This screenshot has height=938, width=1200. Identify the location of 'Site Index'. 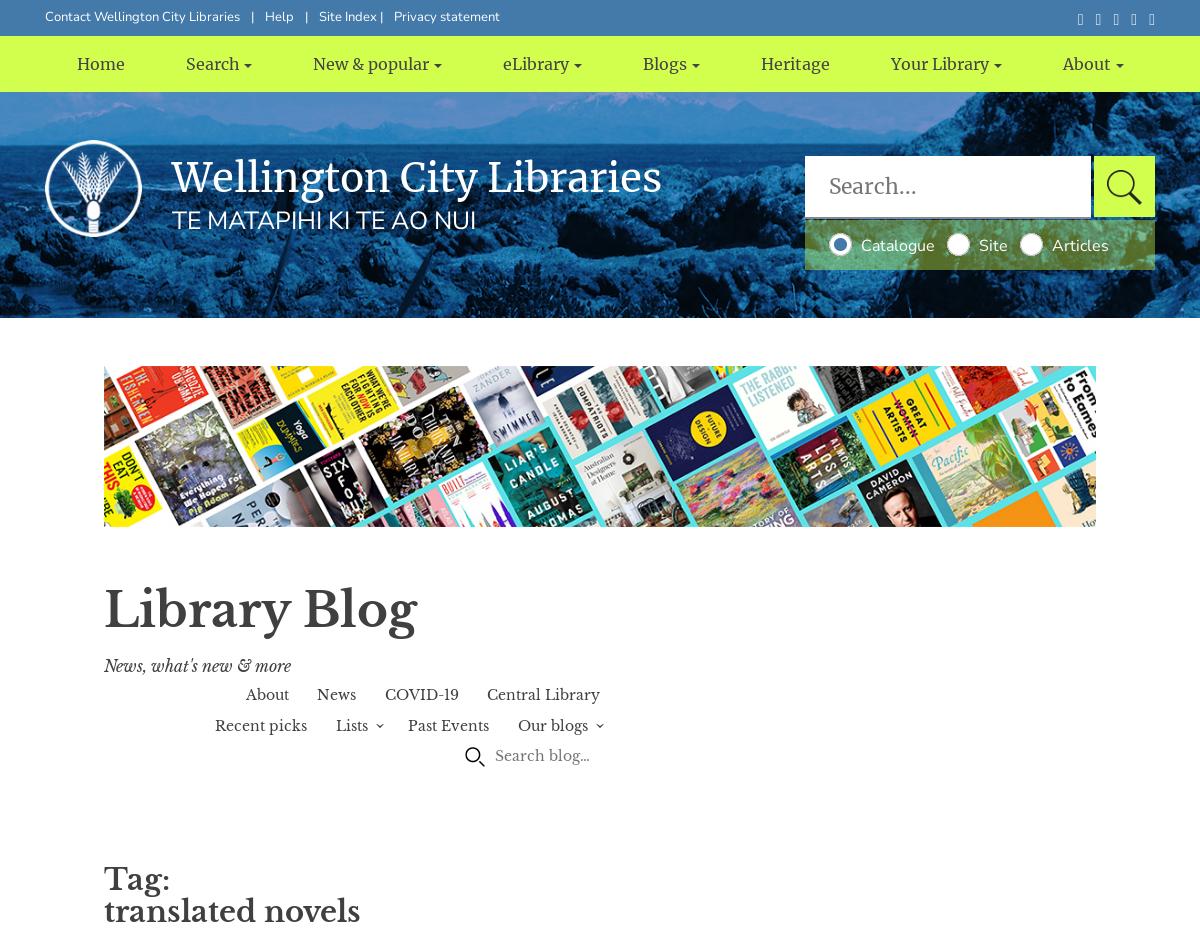
(349, 16).